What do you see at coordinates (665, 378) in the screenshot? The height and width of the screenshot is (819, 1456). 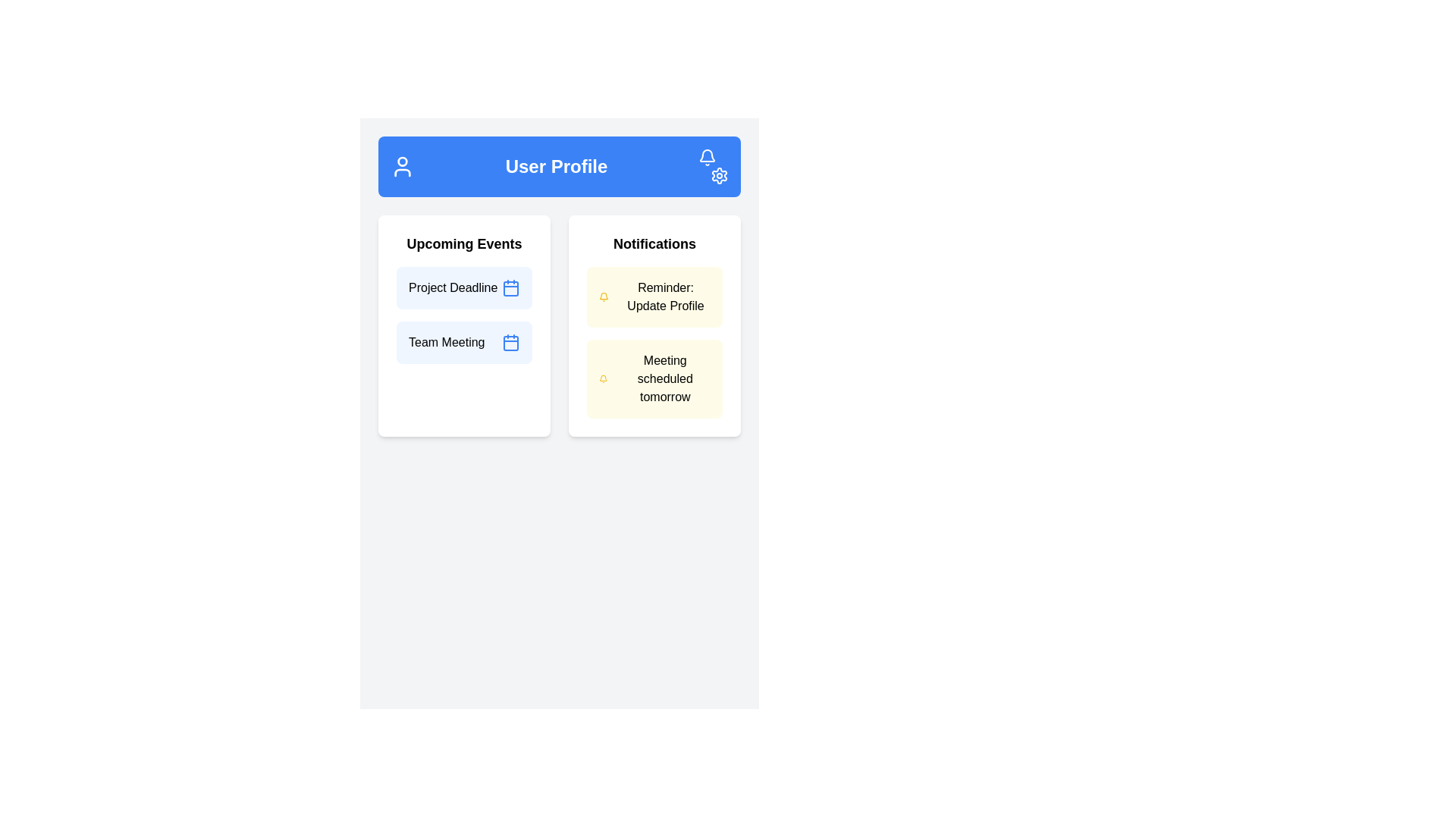 I see `the text display element that shows 'Meeting scheduled tomorrow' in the notifications section, which is the second item underneath 'Reminder: Update Profile'` at bounding box center [665, 378].